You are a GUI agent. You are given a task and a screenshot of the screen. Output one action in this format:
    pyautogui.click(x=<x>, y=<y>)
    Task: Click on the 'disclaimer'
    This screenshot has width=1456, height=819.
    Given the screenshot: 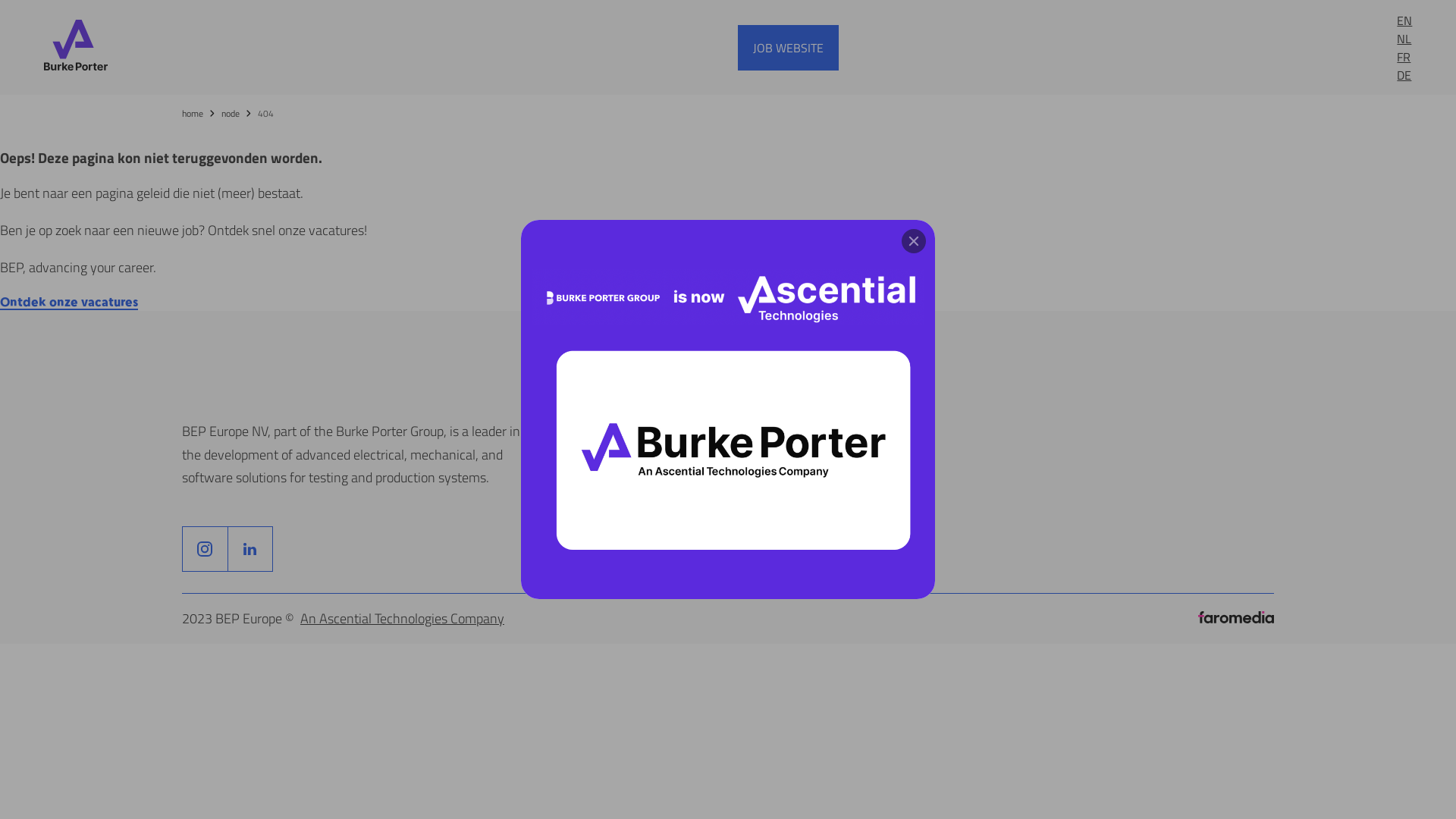 What is the action you would take?
    pyautogui.click(x=821, y=431)
    